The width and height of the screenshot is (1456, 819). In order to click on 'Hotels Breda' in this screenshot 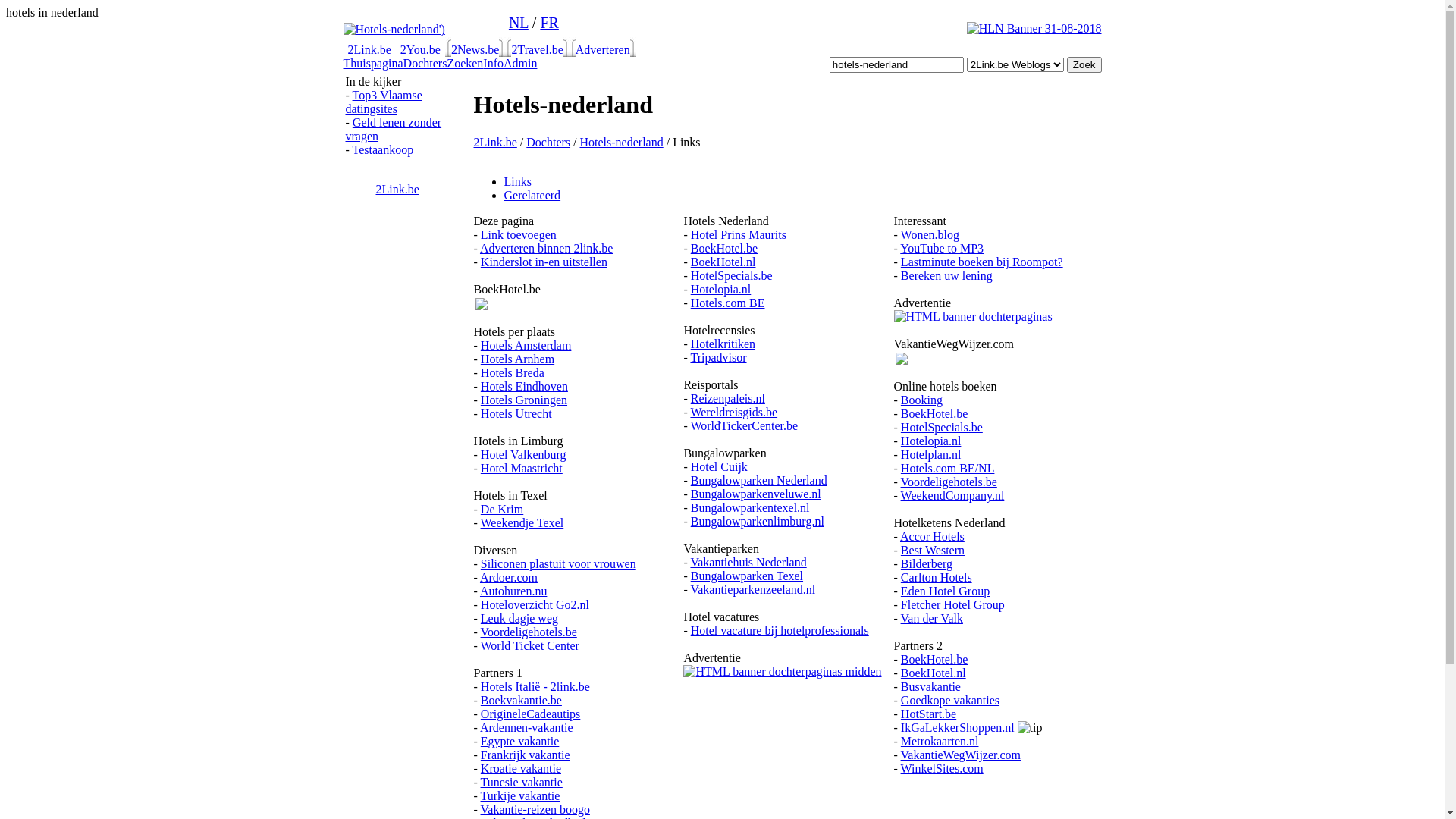, I will do `click(513, 372)`.